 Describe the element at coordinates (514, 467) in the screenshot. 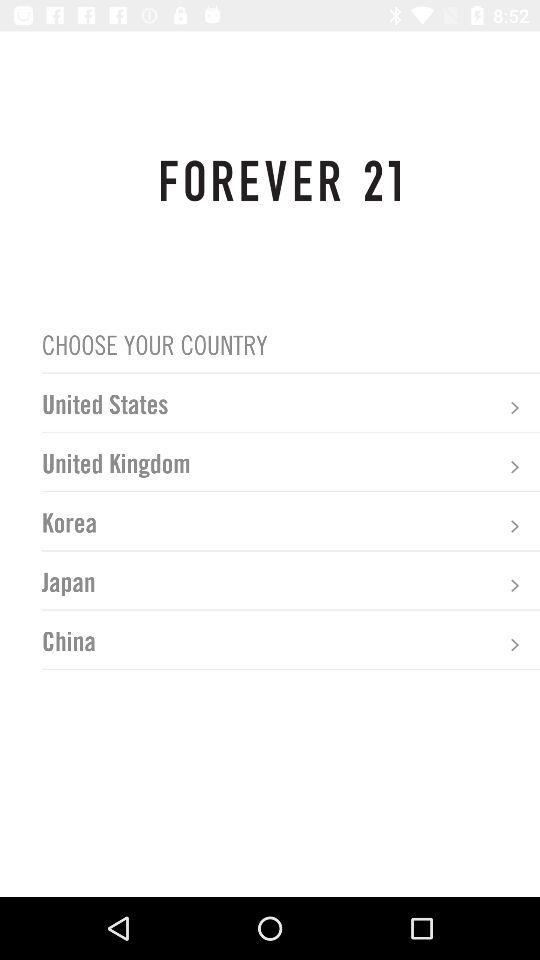

I see `the next button which is beside text united kingdom` at that location.